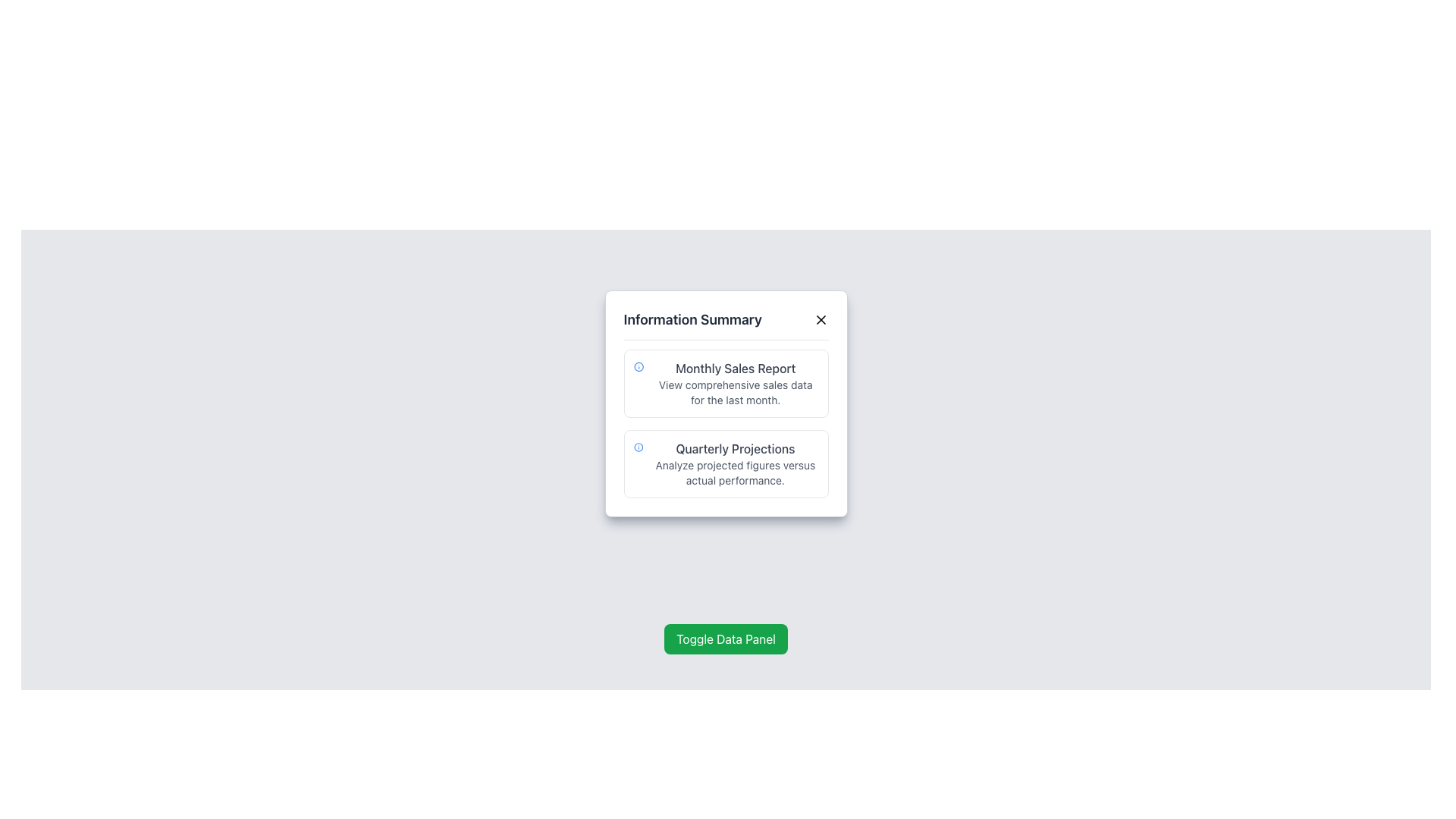 The width and height of the screenshot is (1456, 819). I want to click on the static text providing descriptive information about the 'Monthly Sales Report', positioned directly below the title text within a card-like component, so click(736, 391).